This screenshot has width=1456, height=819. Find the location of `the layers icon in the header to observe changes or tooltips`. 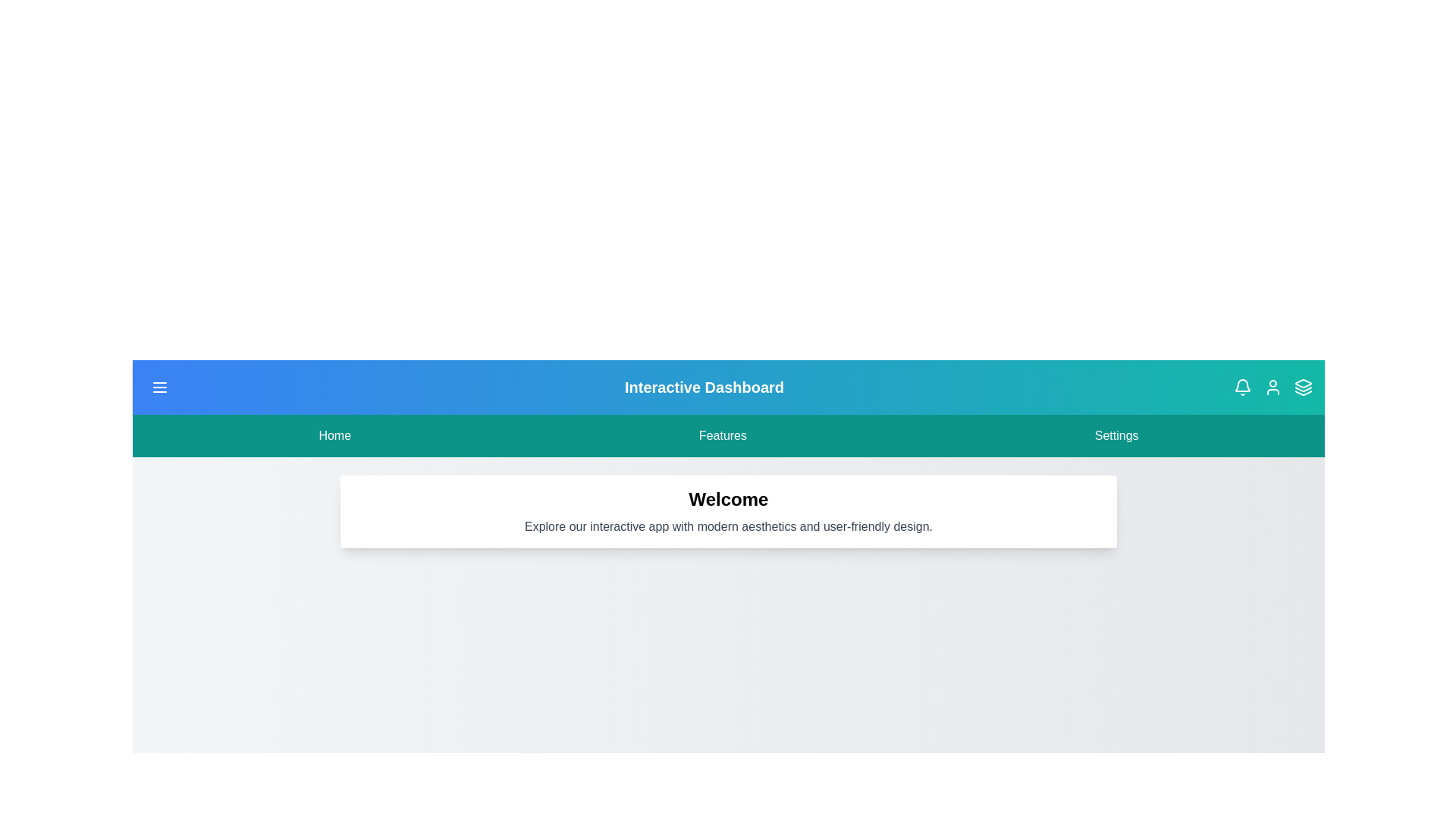

the layers icon in the header to observe changes or tooltips is located at coordinates (1302, 386).